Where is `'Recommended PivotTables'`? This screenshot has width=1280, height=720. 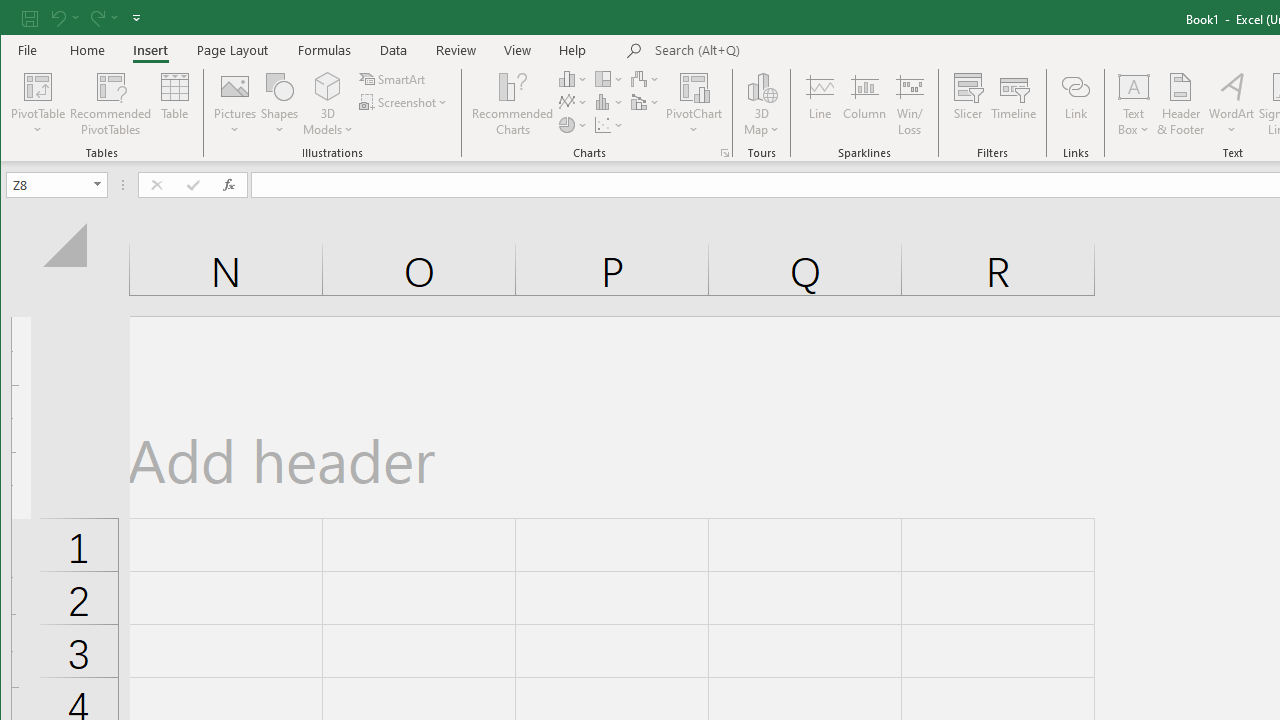 'Recommended PivotTables' is located at coordinates (109, 104).